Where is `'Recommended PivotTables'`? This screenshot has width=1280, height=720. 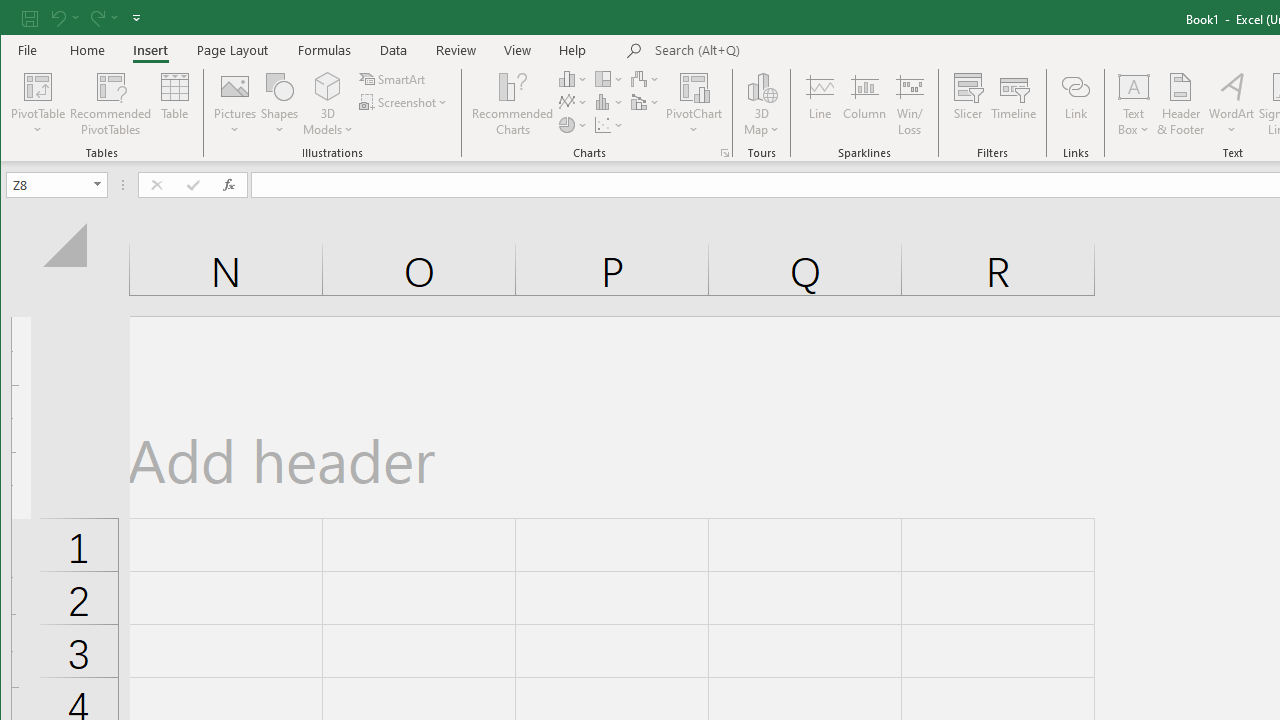 'Recommended PivotTables' is located at coordinates (109, 104).